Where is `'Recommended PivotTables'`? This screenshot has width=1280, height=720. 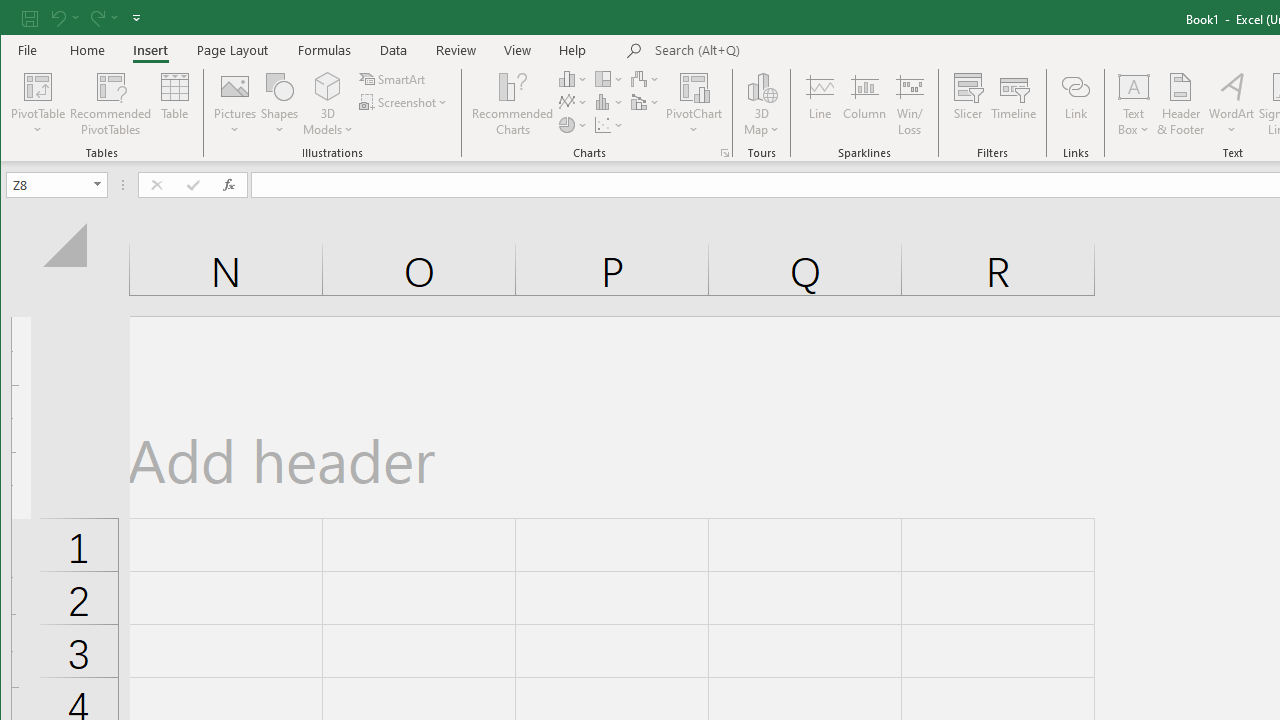 'Recommended PivotTables' is located at coordinates (109, 104).